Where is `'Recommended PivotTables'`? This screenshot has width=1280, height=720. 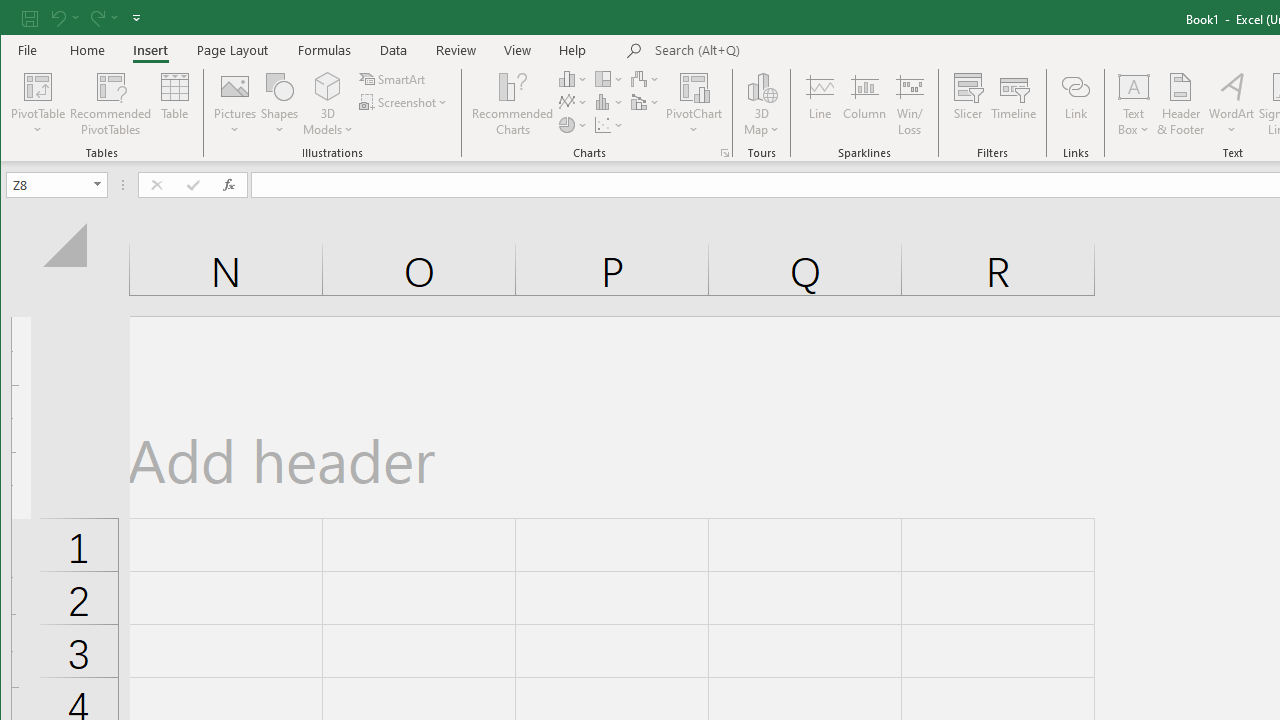 'Recommended PivotTables' is located at coordinates (109, 104).